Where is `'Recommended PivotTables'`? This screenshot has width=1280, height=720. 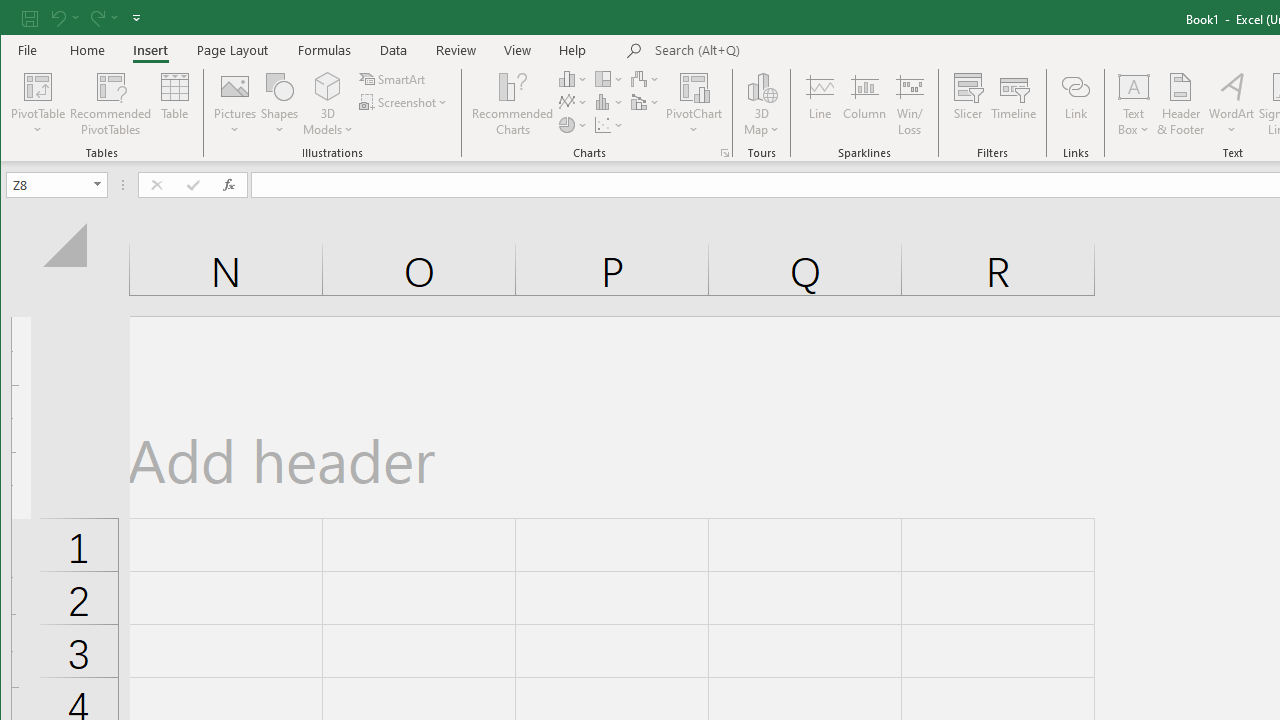 'Recommended PivotTables' is located at coordinates (109, 104).